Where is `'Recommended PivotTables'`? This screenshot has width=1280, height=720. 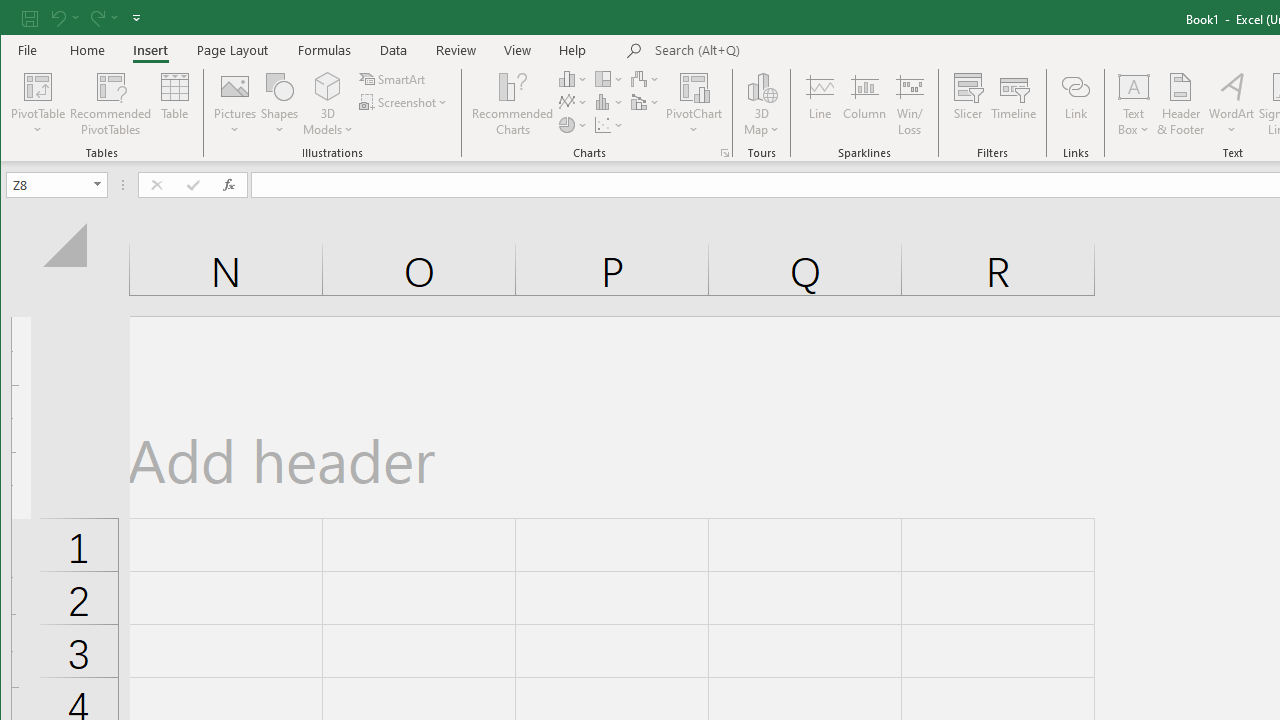 'Recommended PivotTables' is located at coordinates (109, 104).